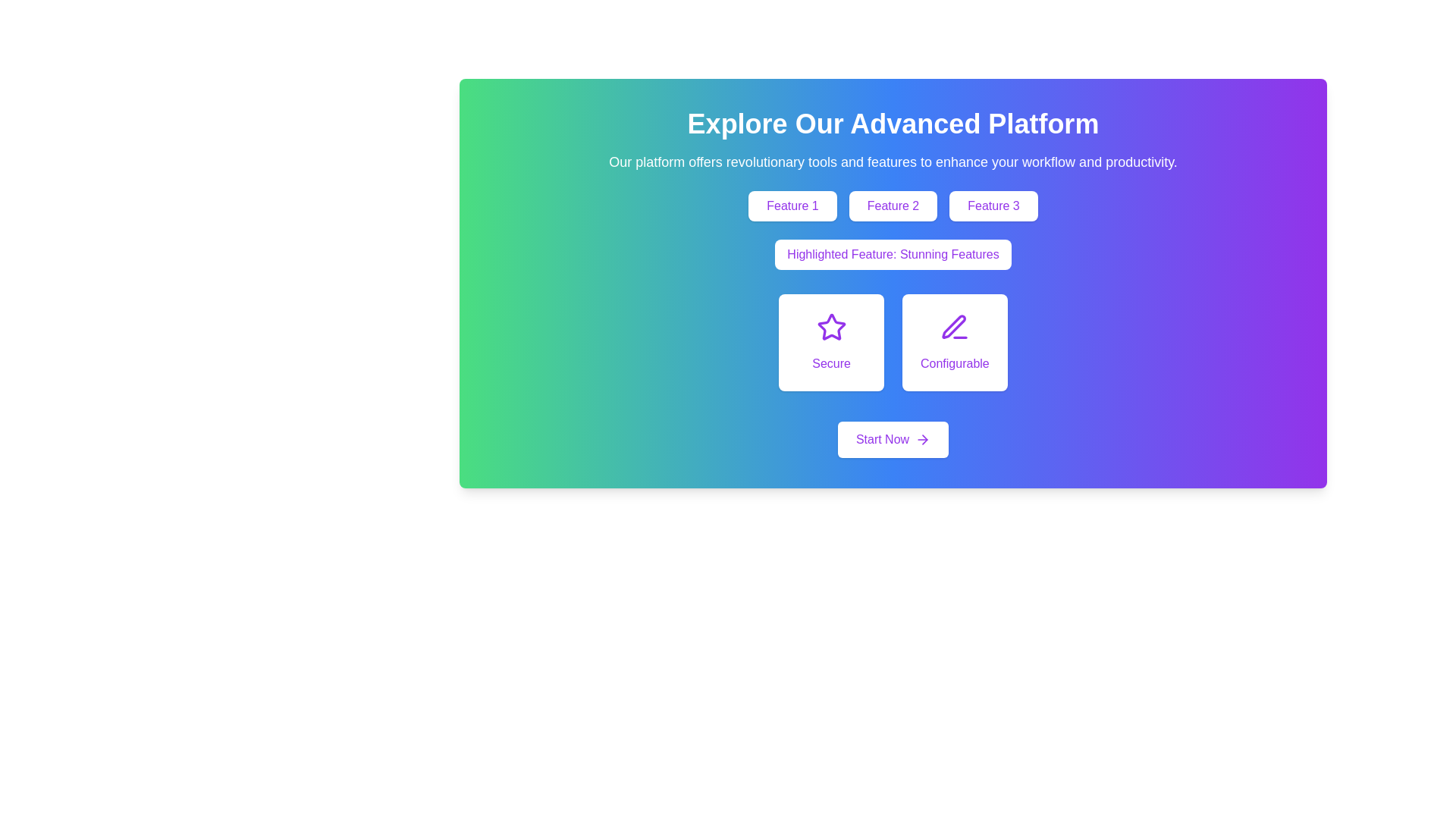  I want to click on the 'Feature 3' button, which is a rectangular button with rounded corners, labeled in purple text on a white background, to observe the hover effect, so click(993, 206).